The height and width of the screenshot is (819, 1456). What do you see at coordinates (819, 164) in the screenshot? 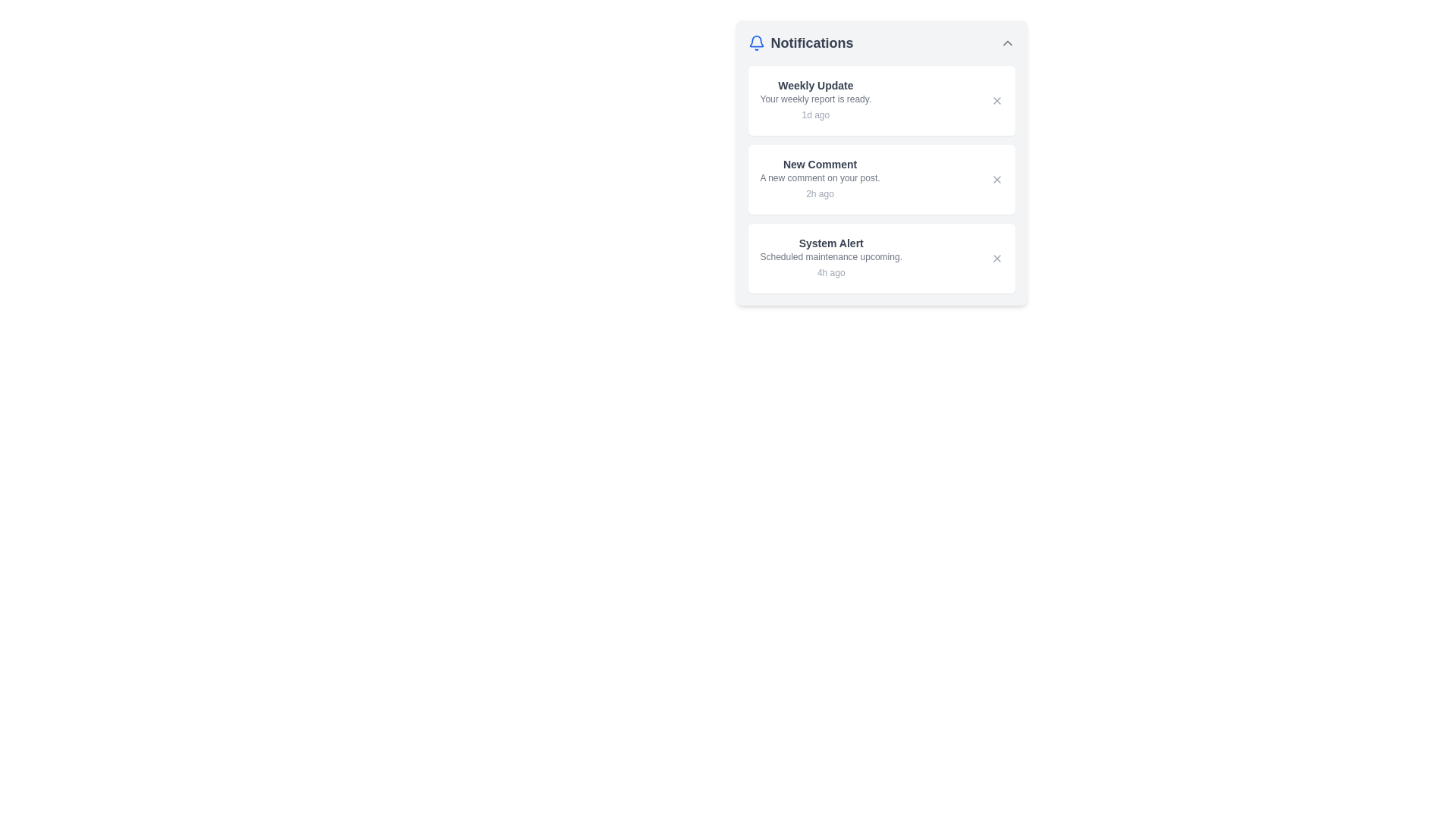
I see `the Text Label that serves as the heading for the associated notification, located in the notifications dropdown between the 'Weekly Update' and 'System Alert' notifications` at bounding box center [819, 164].